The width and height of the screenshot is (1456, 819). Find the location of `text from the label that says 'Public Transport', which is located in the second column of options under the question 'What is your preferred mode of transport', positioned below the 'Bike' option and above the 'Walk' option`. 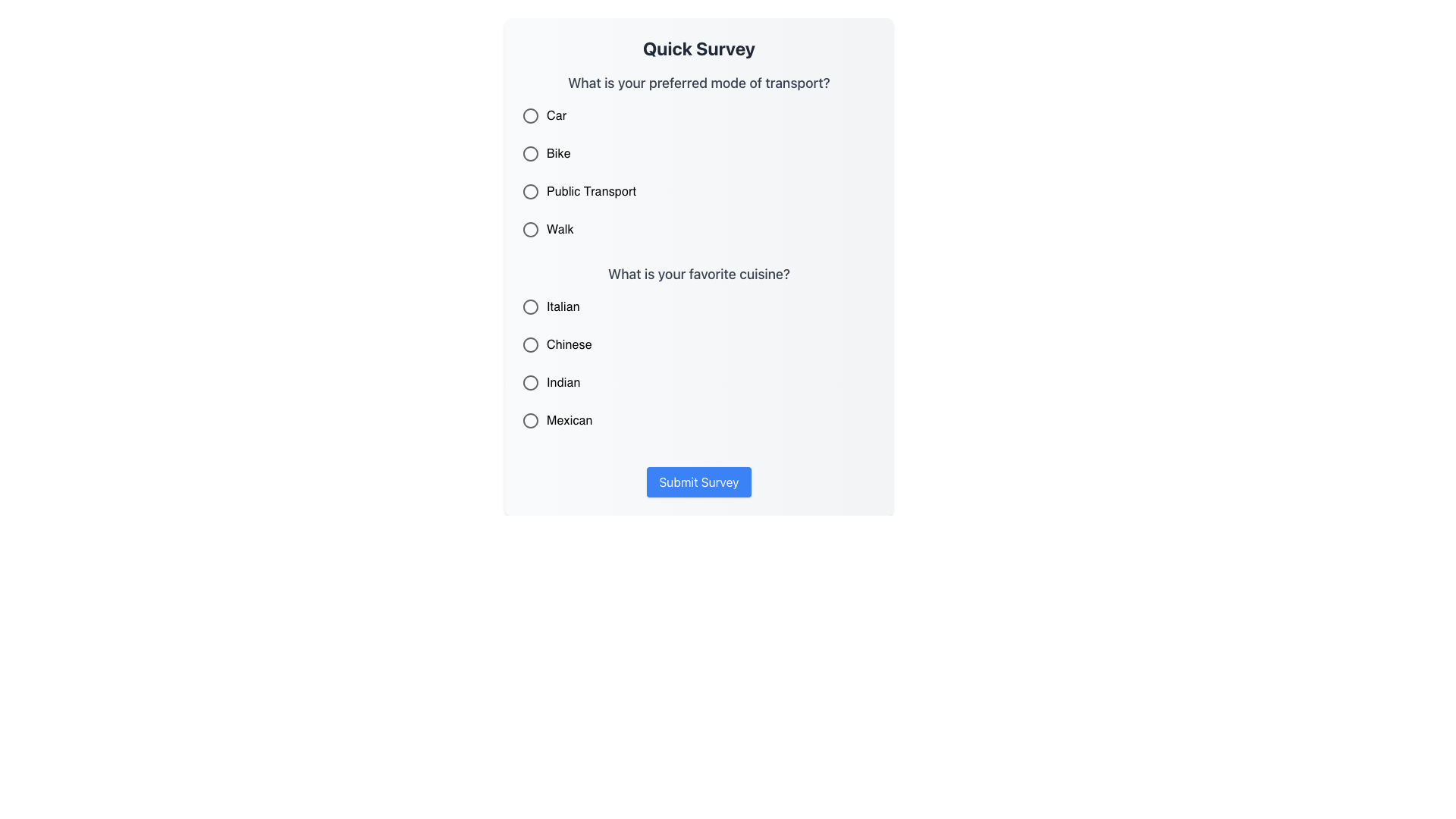

text from the label that says 'Public Transport', which is located in the second column of options under the question 'What is your preferred mode of transport', positioned below the 'Bike' option and above the 'Walk' option is located at coordinates (591, 191).